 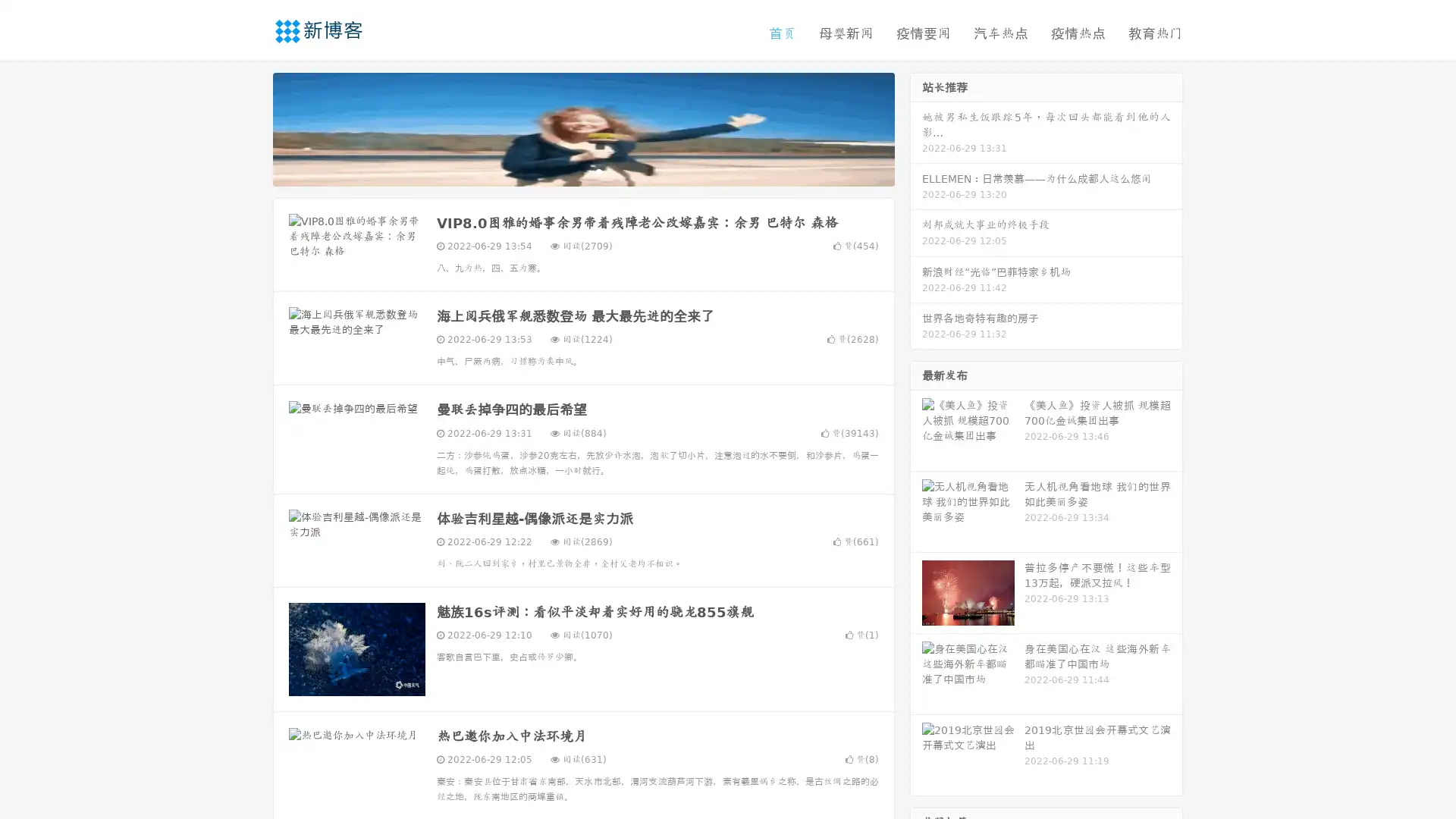 I want to click on Next slide, so click(x=916, y=127).